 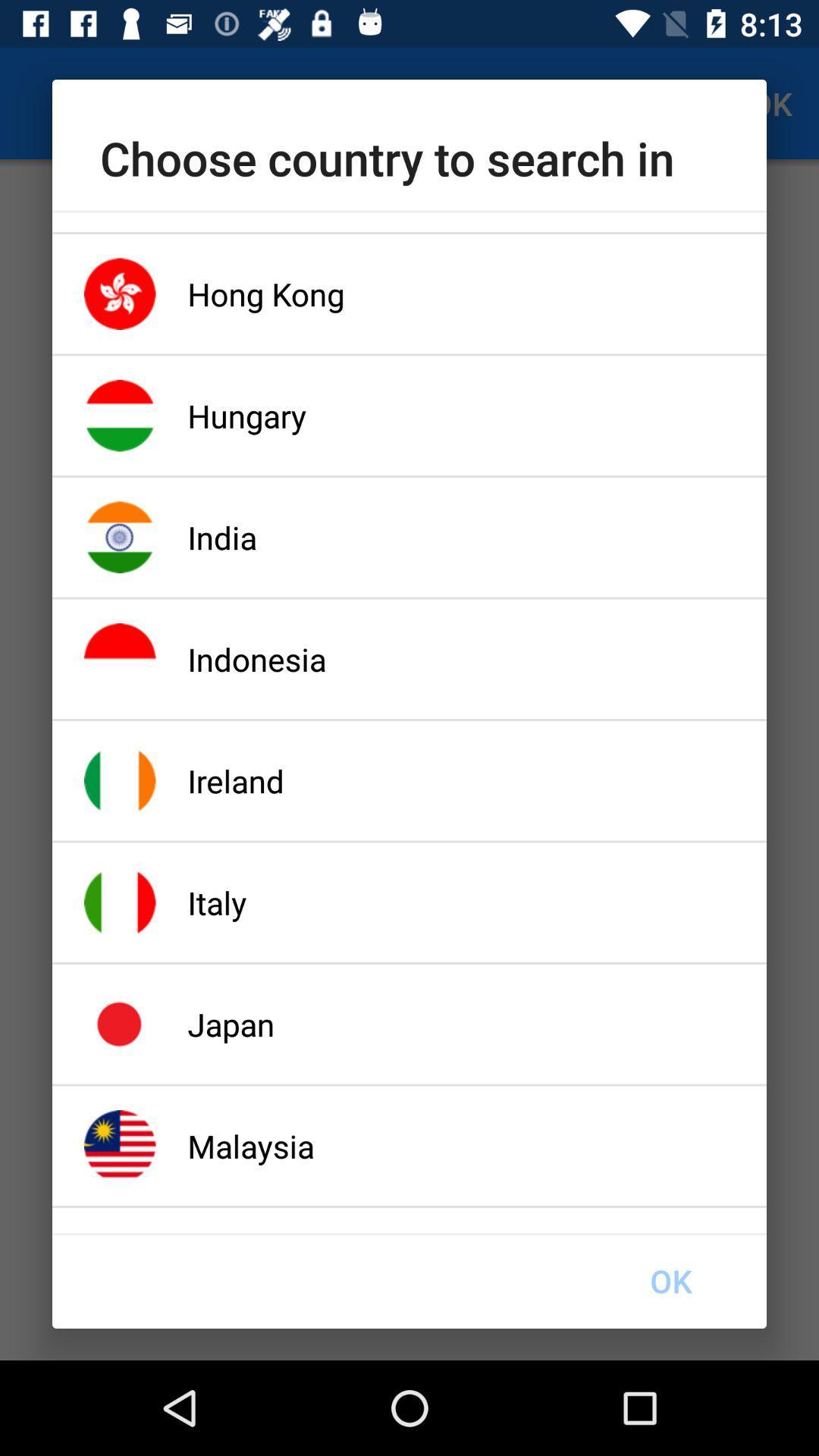 What do you see at coordinates (670, 1280) in the screenshot?
I see `ok` at bounding box center [670, 1280].